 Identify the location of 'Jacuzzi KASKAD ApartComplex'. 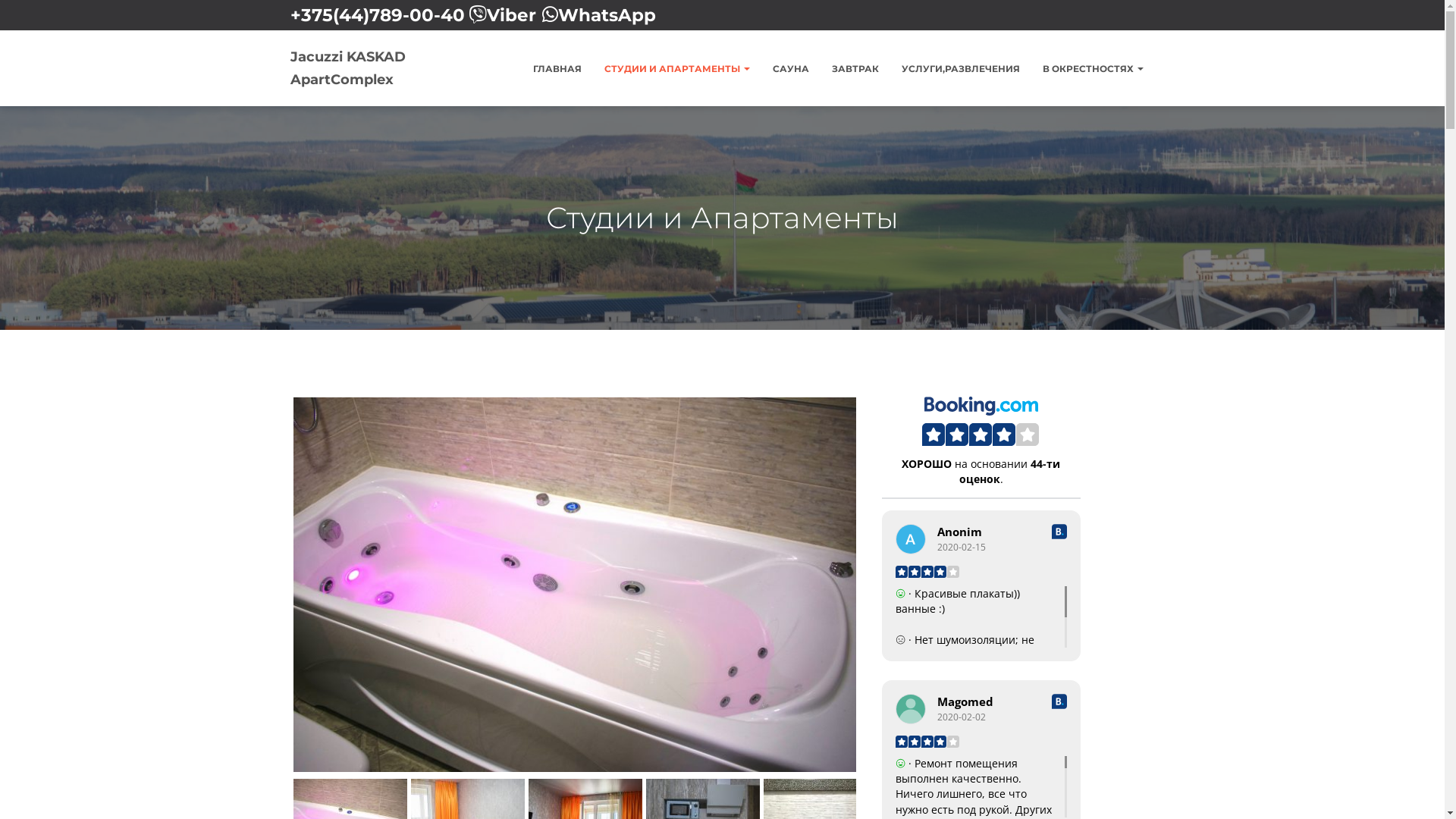
(379, 67).